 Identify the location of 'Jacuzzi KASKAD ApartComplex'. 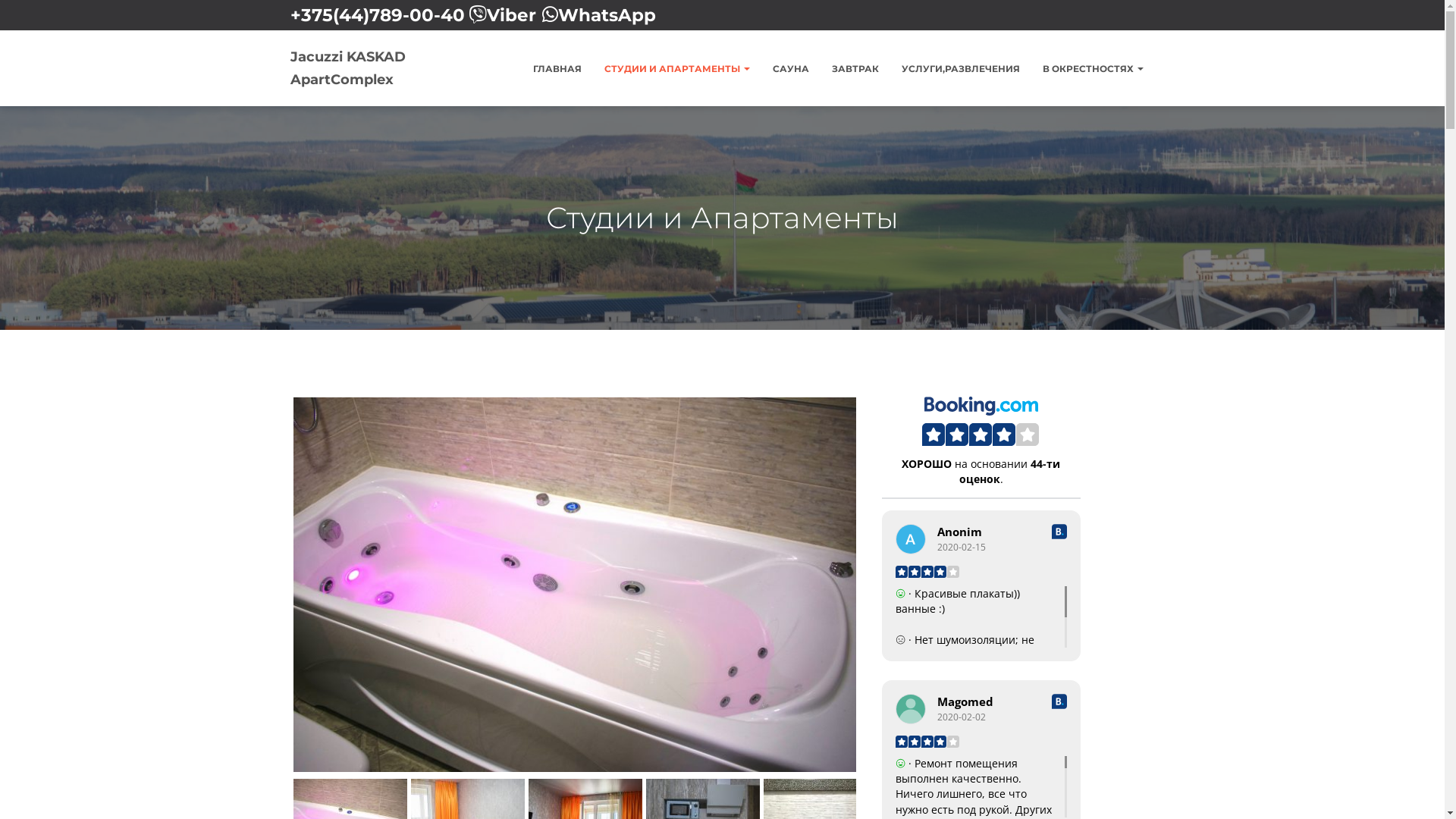
(379, 67).